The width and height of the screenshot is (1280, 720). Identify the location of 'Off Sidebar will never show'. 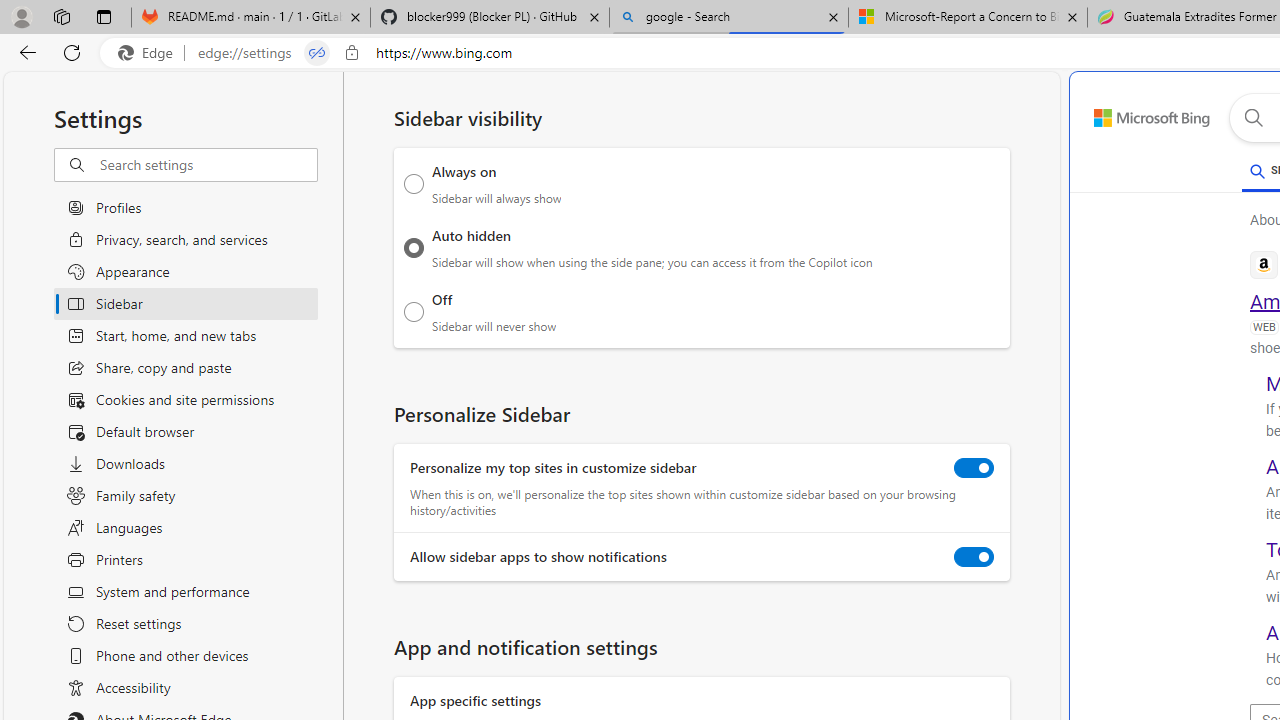
(413, 311).